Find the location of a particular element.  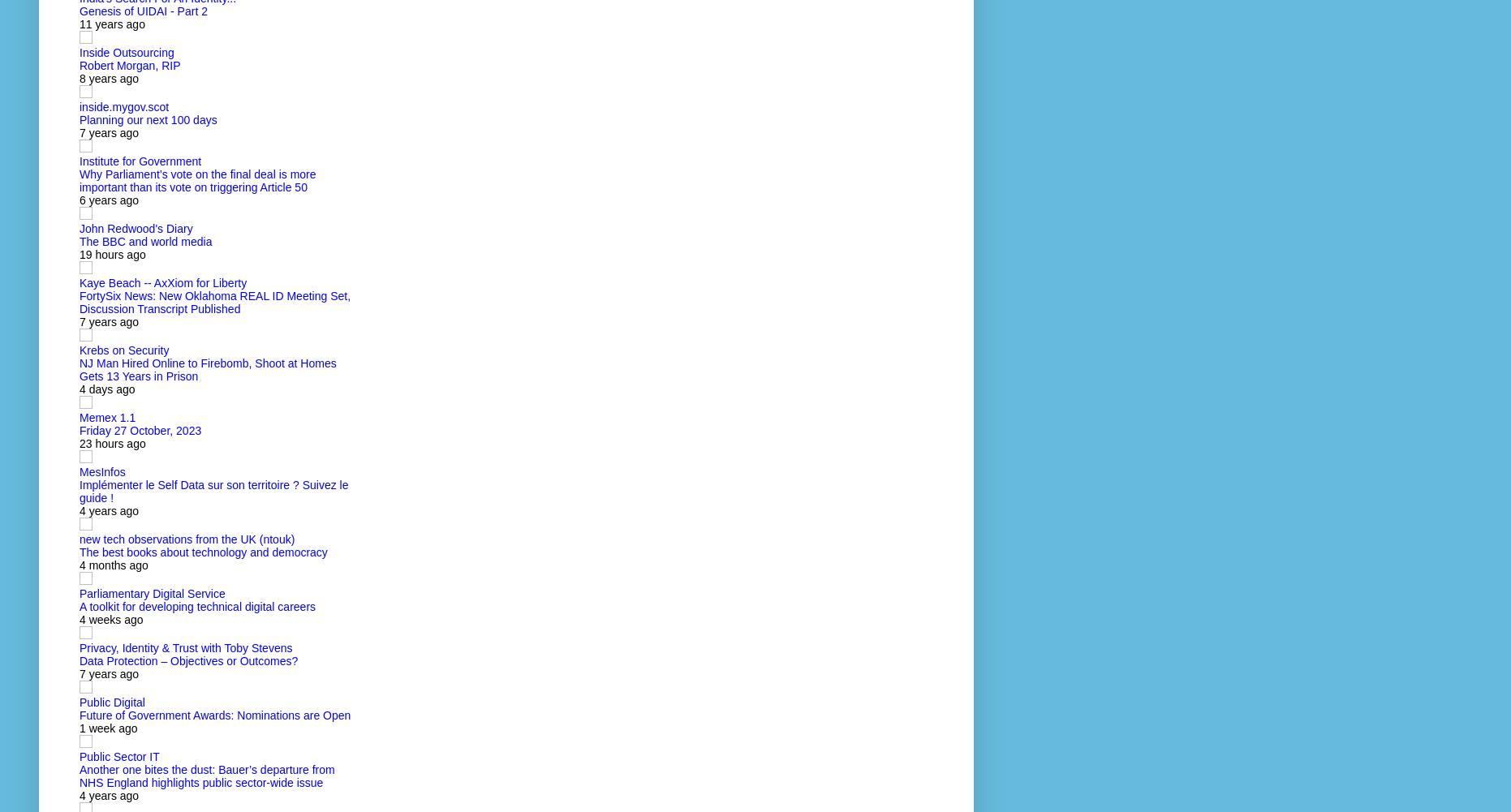

'Why Parliament’s vote on the final deal is more important than its vote on triggering Article 50' is located at coordinates (197, 180).